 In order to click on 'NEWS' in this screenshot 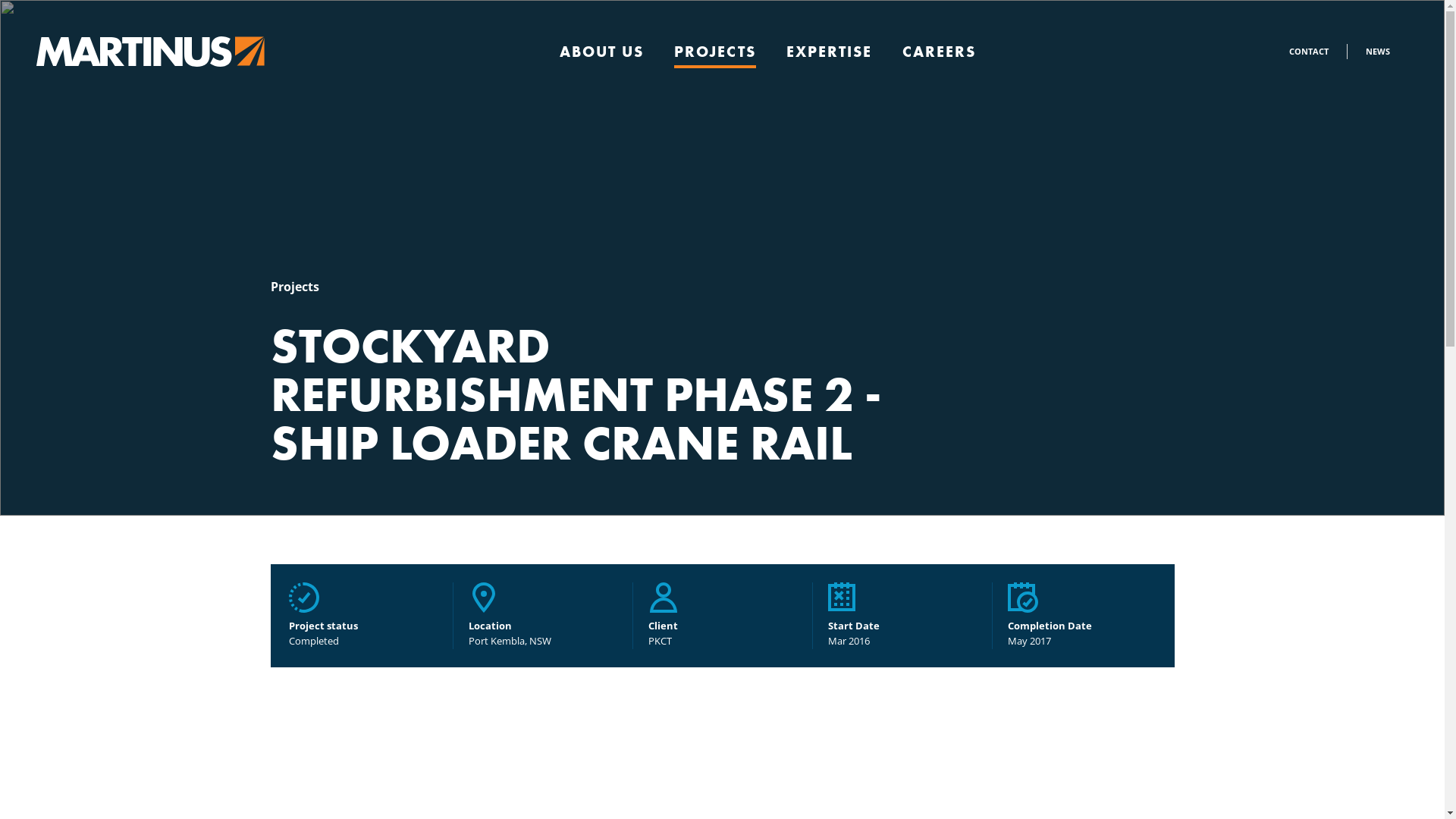, I will do `click(1378, 50)`.